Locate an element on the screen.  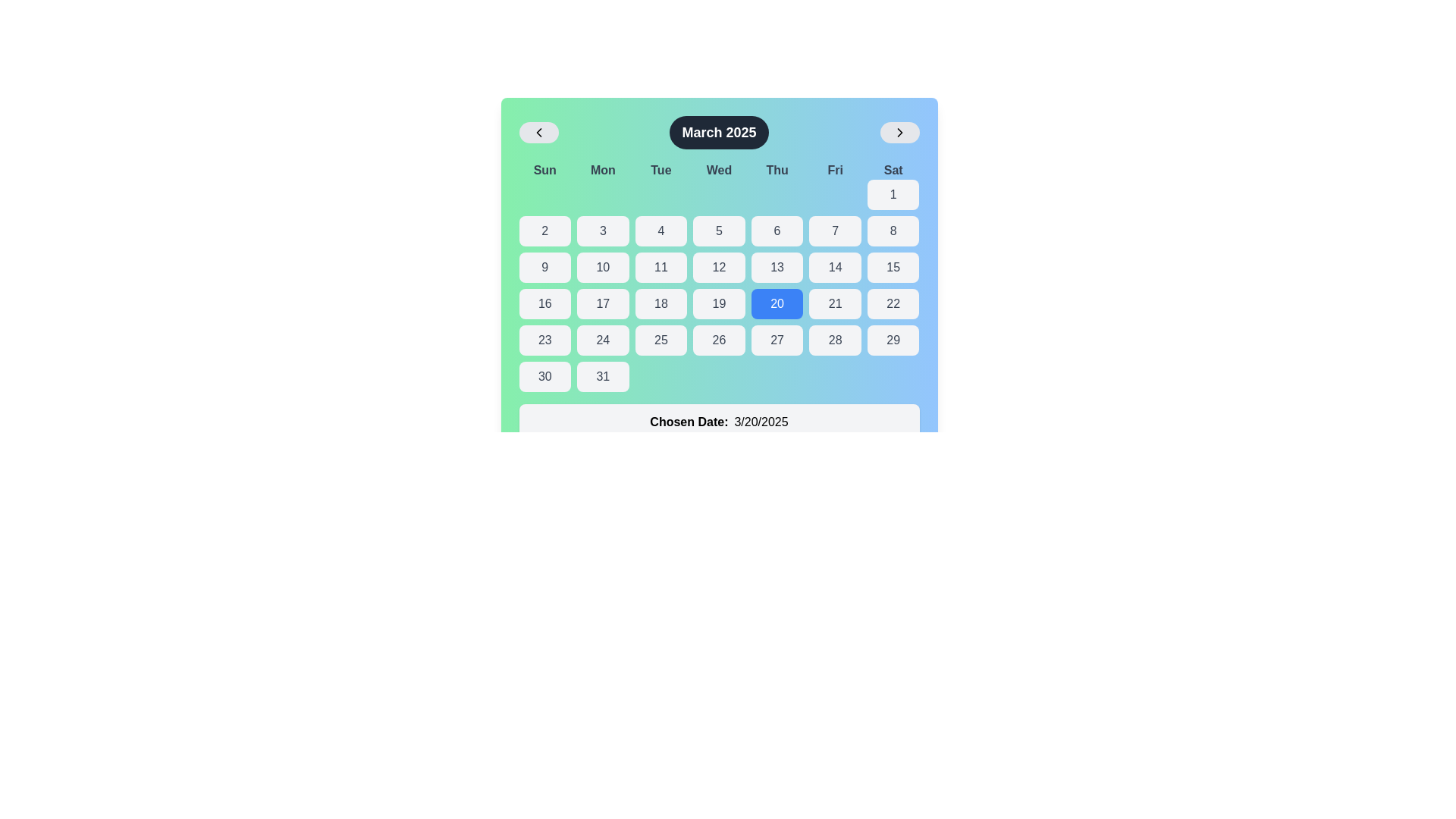
the button representing the date '9' in the calendar interface is located at coordinates (544, 267).